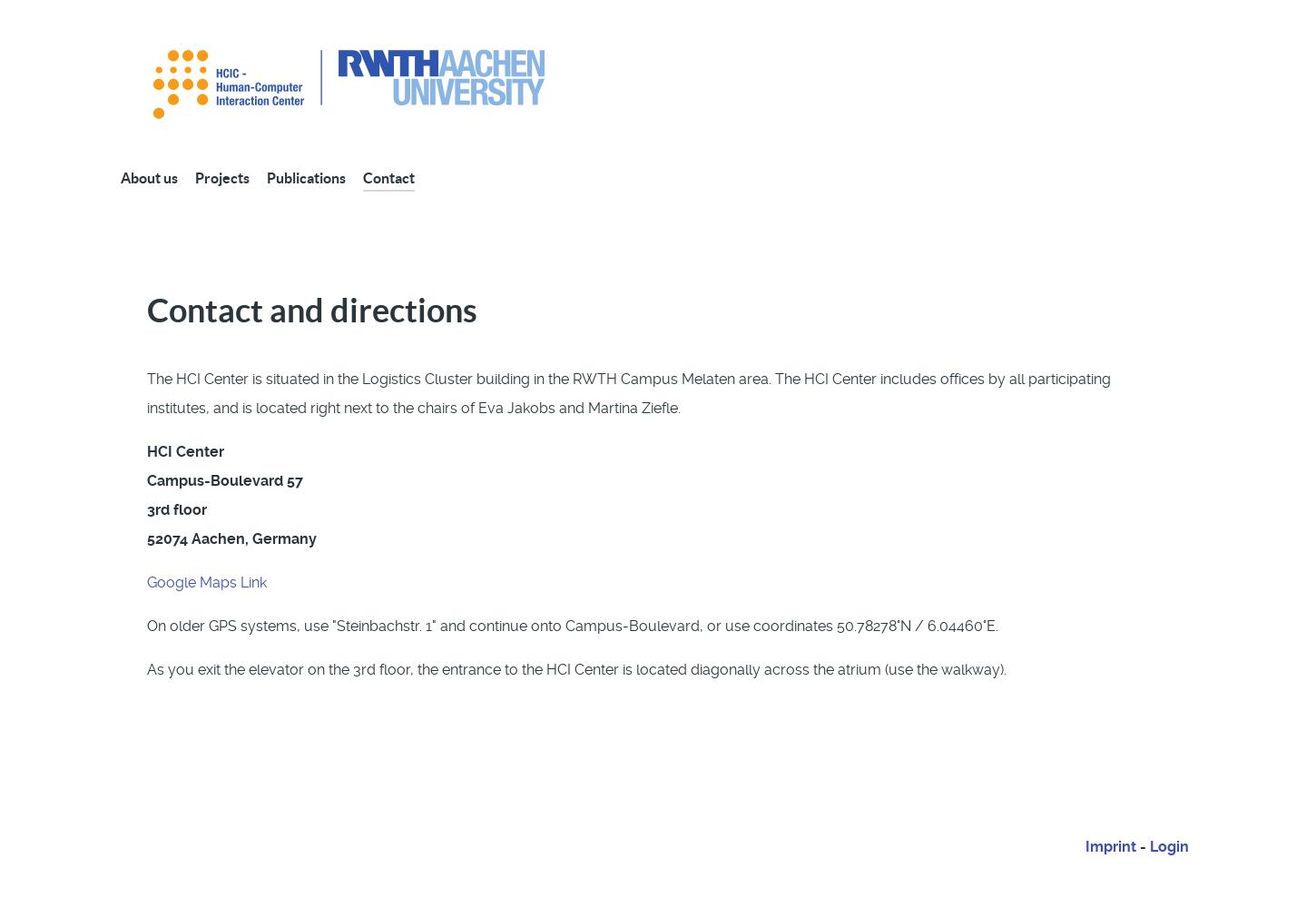 Image resolution: width=1316 pixels, height=908 pixels. I want to click on 'As you exit the elevator on the 3rd floor, the entrance to the HCI Center is located diagonally across the atrium (use the walkway).', so click(145, 667).